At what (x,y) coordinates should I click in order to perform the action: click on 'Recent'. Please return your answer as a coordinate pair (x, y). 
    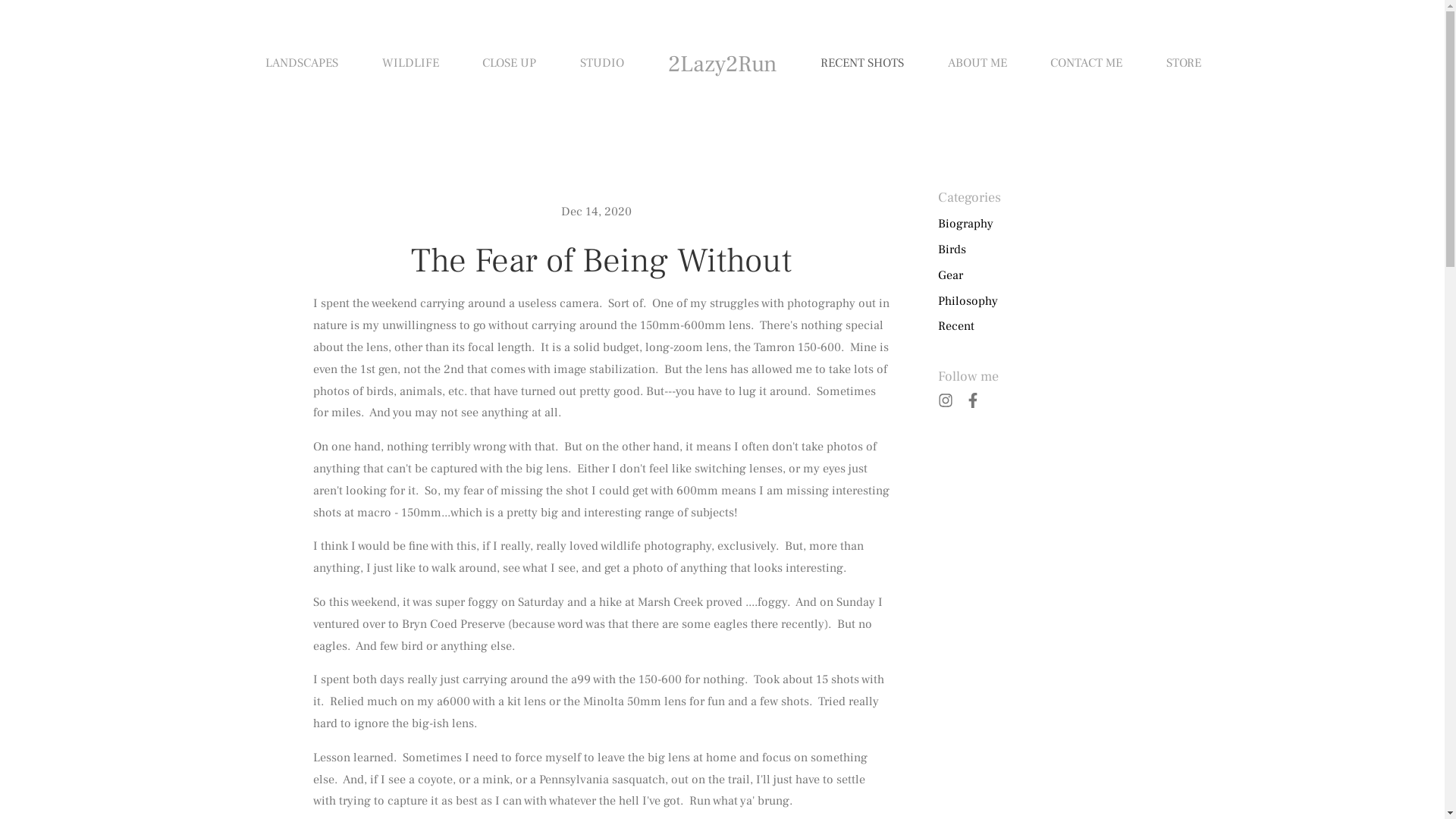
    Looking at the image, I should click on (954, 325).